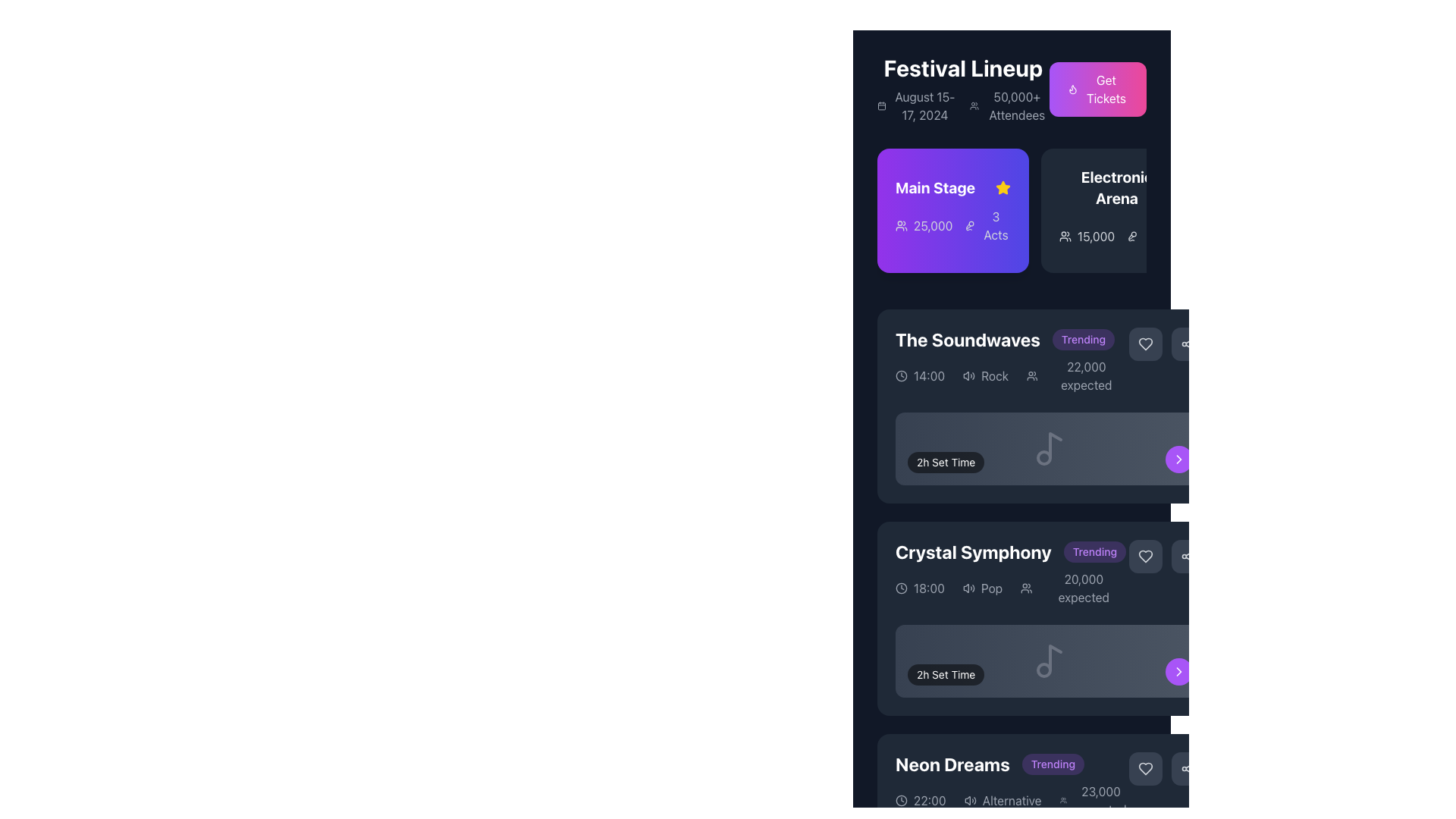  What do you see at coordinates (1026, 587) in the screenshot?
I see `the small icon depicting two users that visually represents the expected audience count of '20,000 expected' in the 'Crystal Symphony' section for accessibility` at bounding box center [1026, 587].